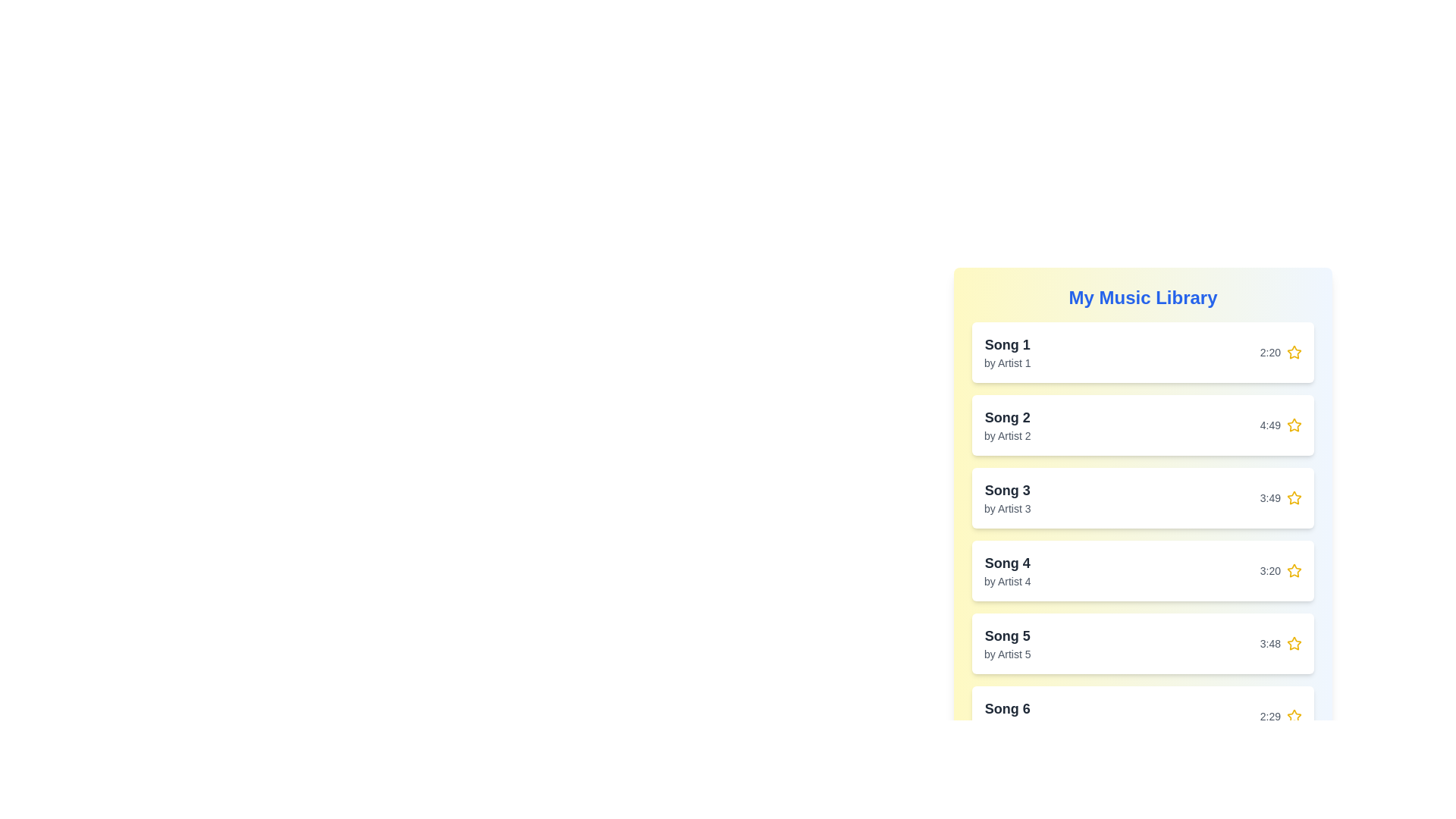  I want to click on text label 'Song 4' which is the bold title in the fourth list item under 'My Music Library', so click(1007, 563).